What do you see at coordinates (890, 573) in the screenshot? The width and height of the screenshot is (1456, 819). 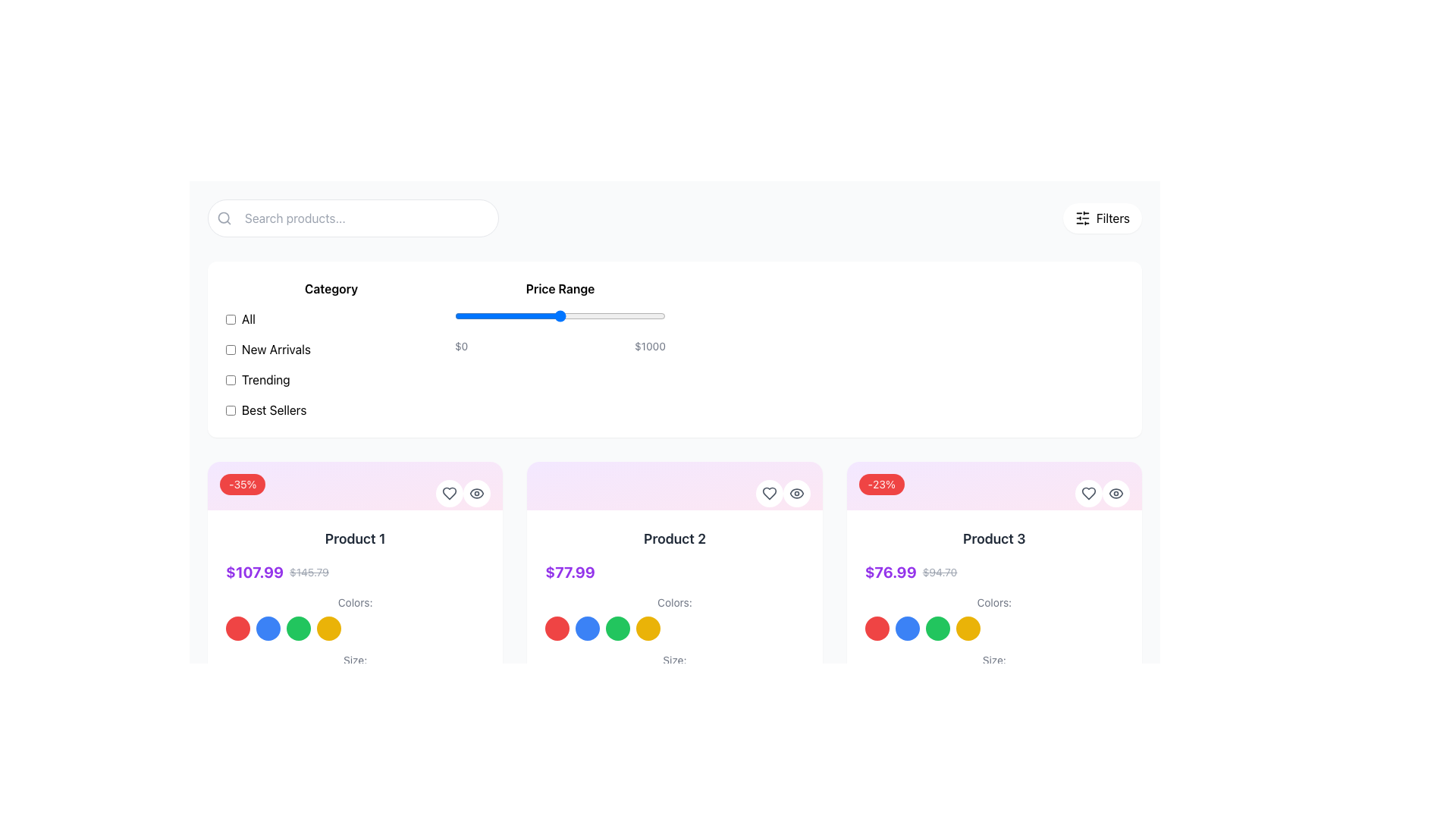 I see `the prominently styled price text display for 'Product 3', which is bold and purple in color, located centrally under the product title` at bounding box center [890, 573].